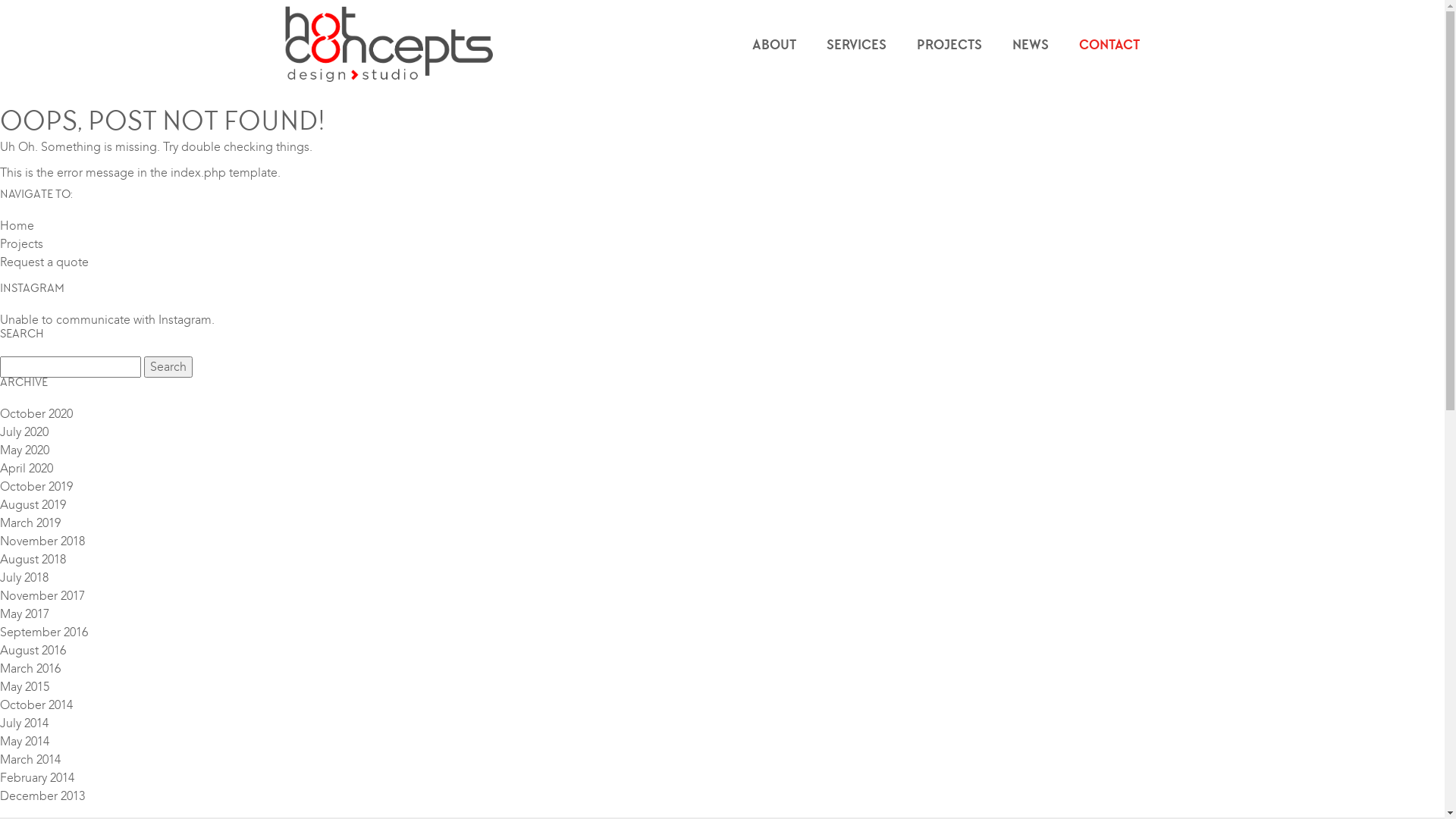 Image resolution: width=1456 pixels, height=819 pixels. I want to click on 'October 2014', so click(36, 704).